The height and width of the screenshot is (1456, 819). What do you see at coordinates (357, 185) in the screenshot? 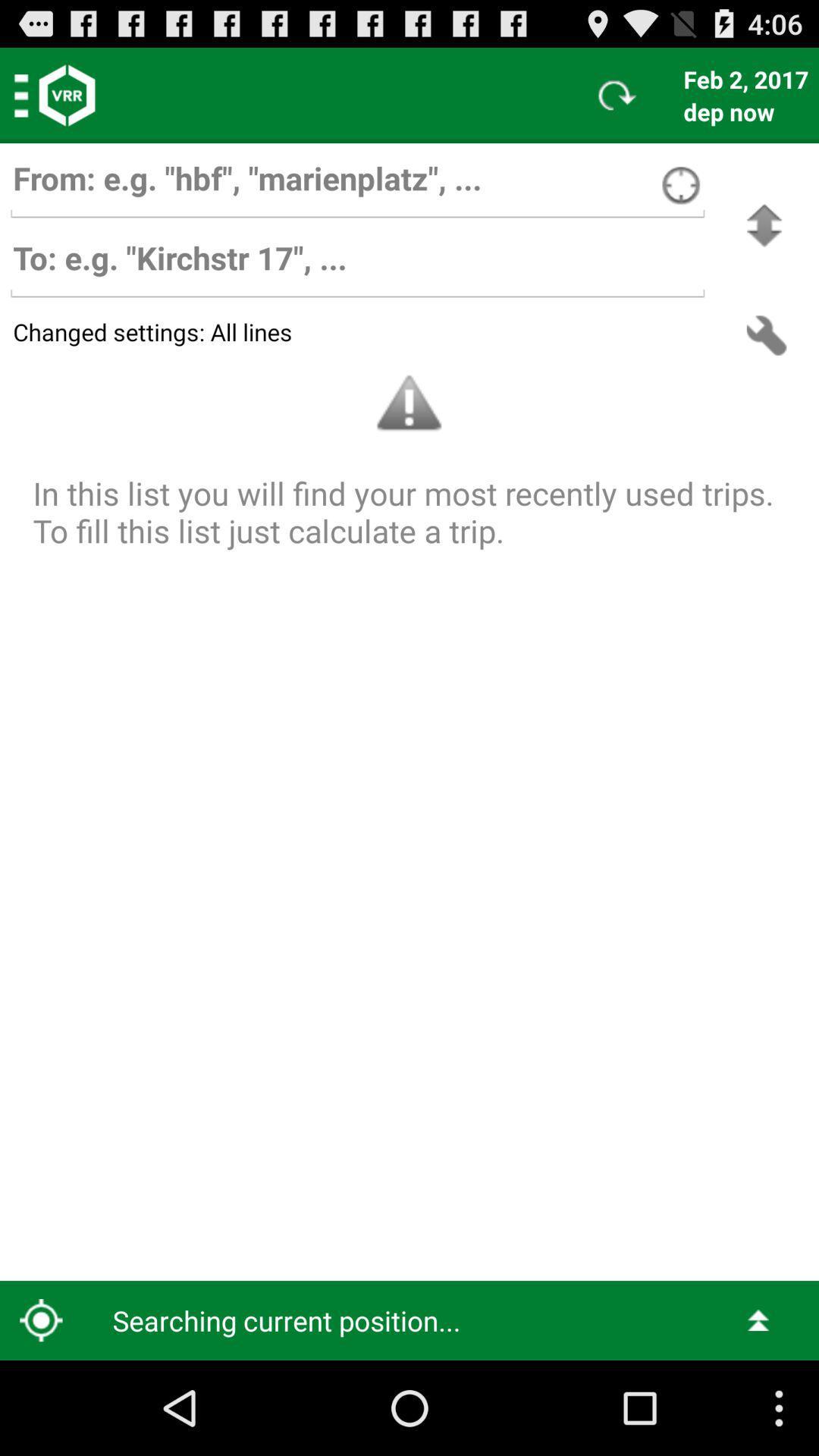
I see `the sender` at bounding box center [357, 185].